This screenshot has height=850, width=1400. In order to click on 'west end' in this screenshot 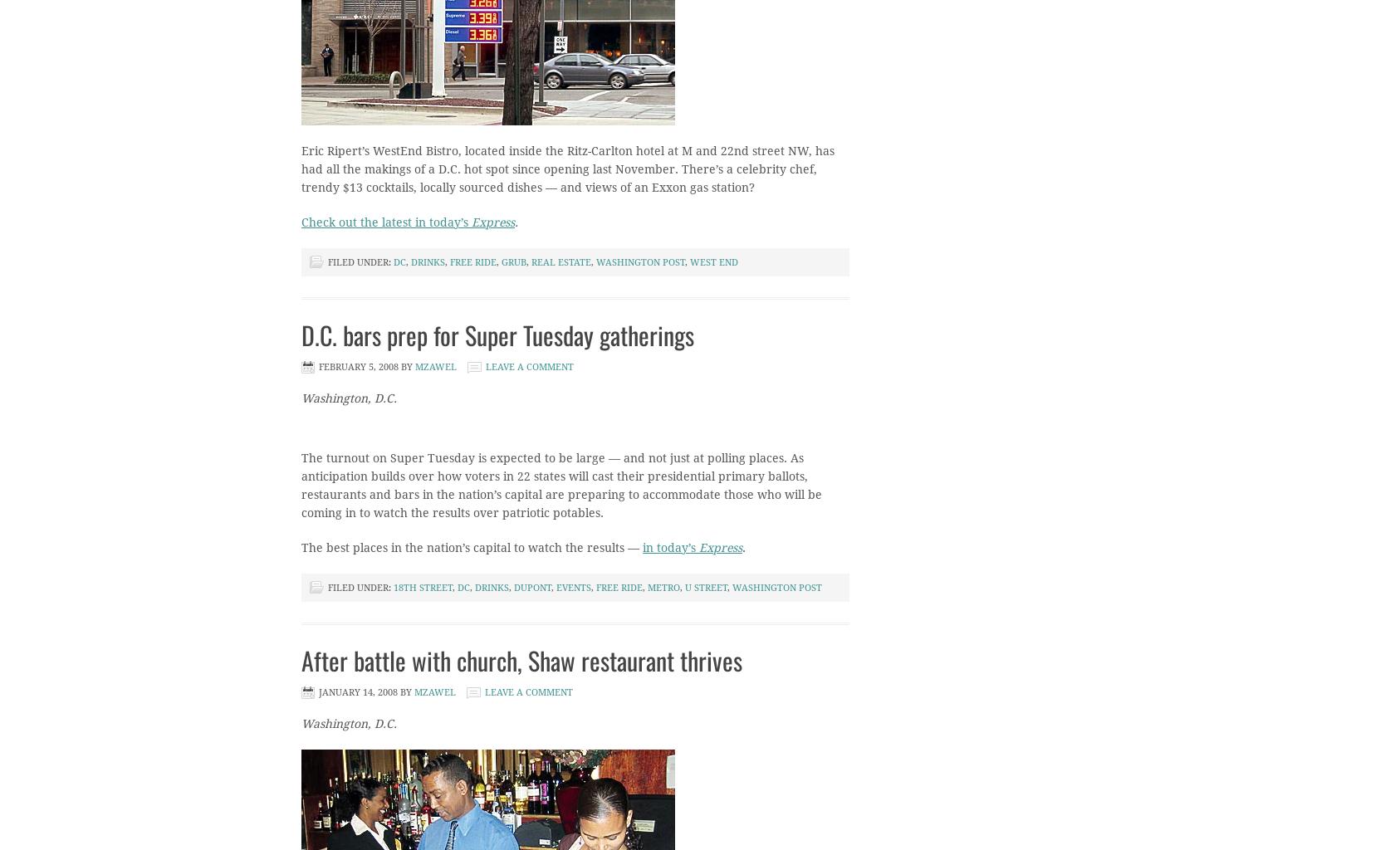, I will do `click(713, 261)`.